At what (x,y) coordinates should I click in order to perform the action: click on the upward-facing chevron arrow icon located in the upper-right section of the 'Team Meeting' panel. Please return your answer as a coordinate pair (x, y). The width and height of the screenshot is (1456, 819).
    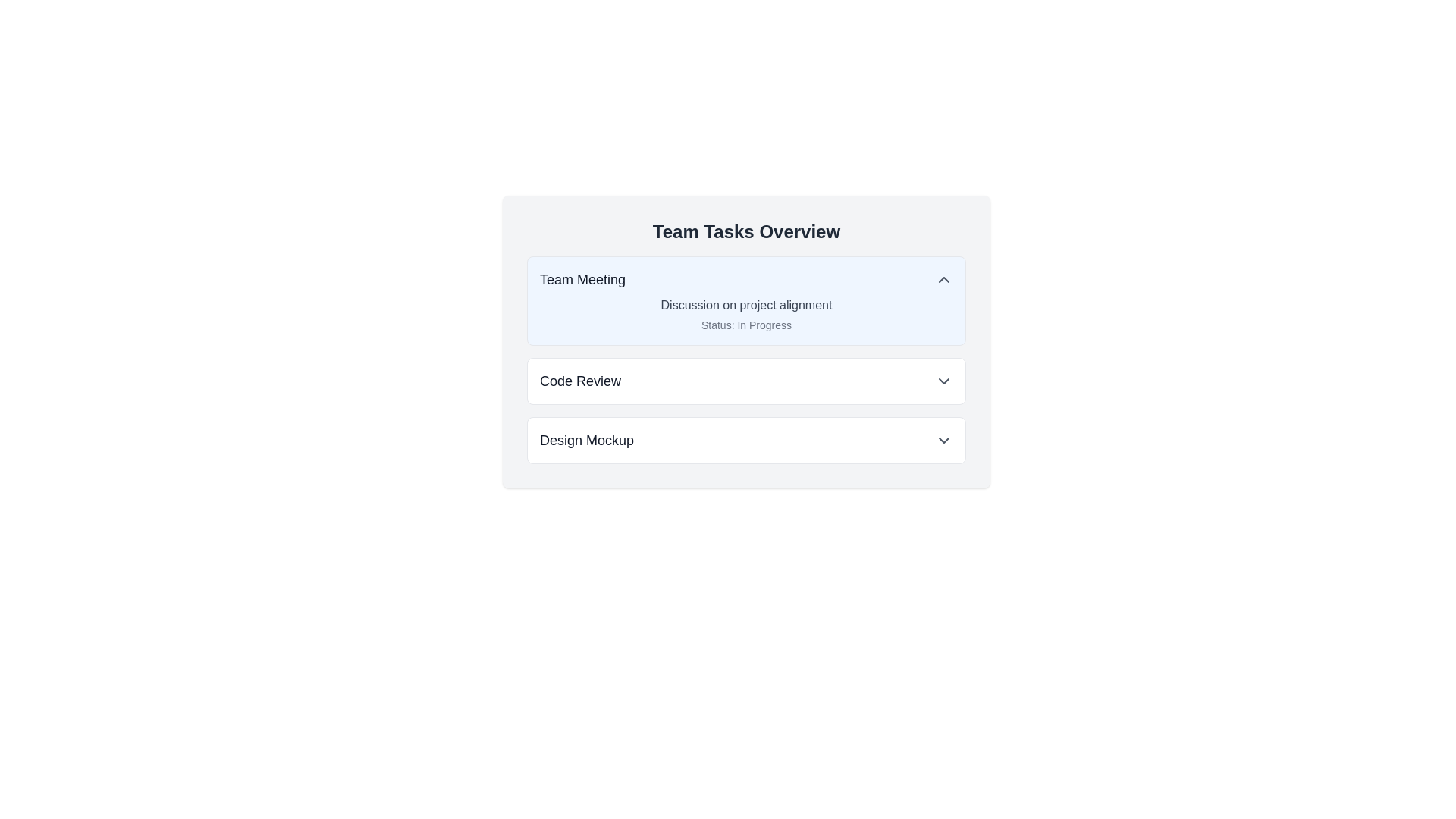
    Looking at the image, I should click on (943, 280).